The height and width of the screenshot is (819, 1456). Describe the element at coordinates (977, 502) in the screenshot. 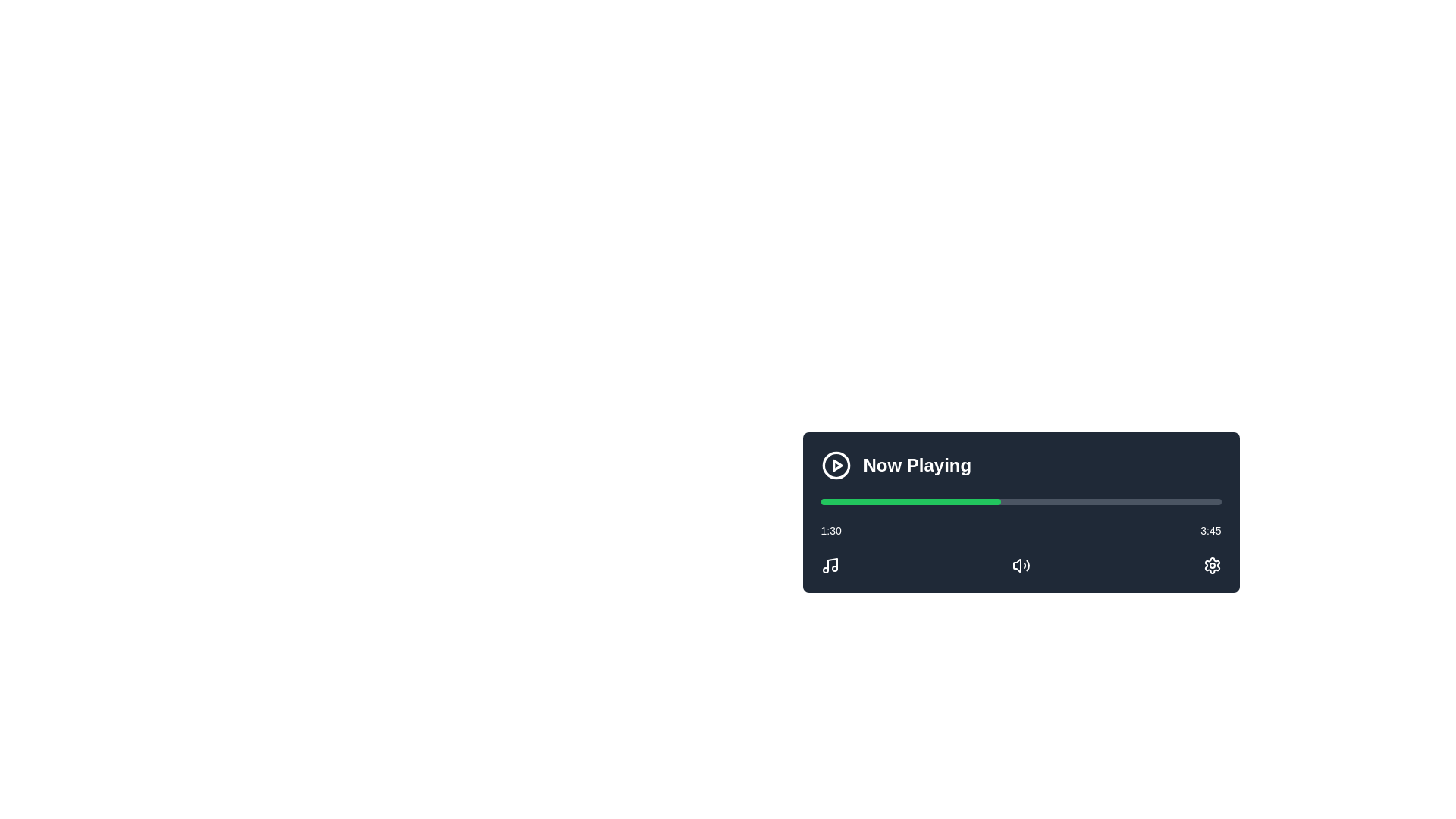

I see `playback position` at that location.